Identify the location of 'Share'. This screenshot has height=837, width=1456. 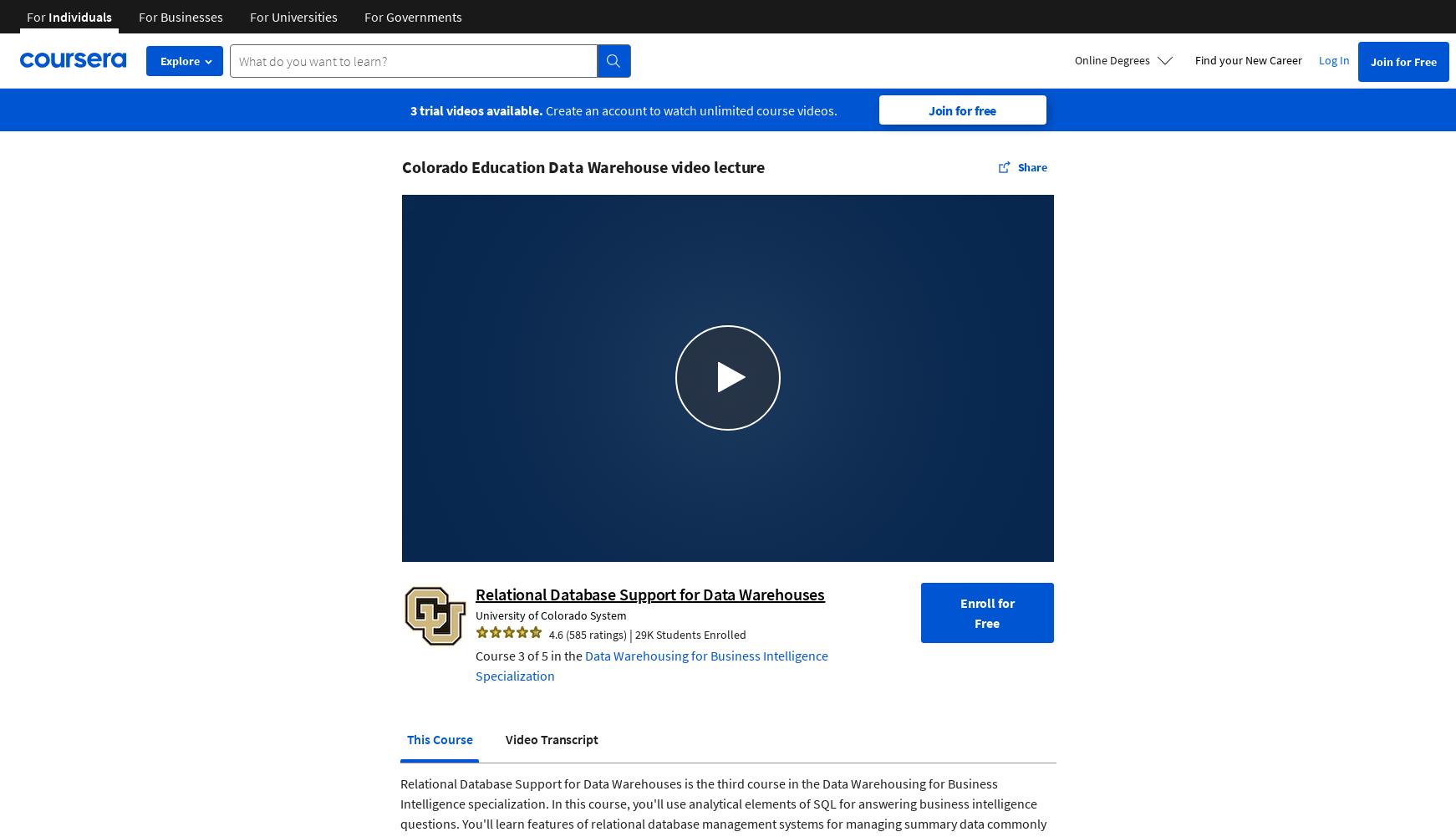
(1031, 166).